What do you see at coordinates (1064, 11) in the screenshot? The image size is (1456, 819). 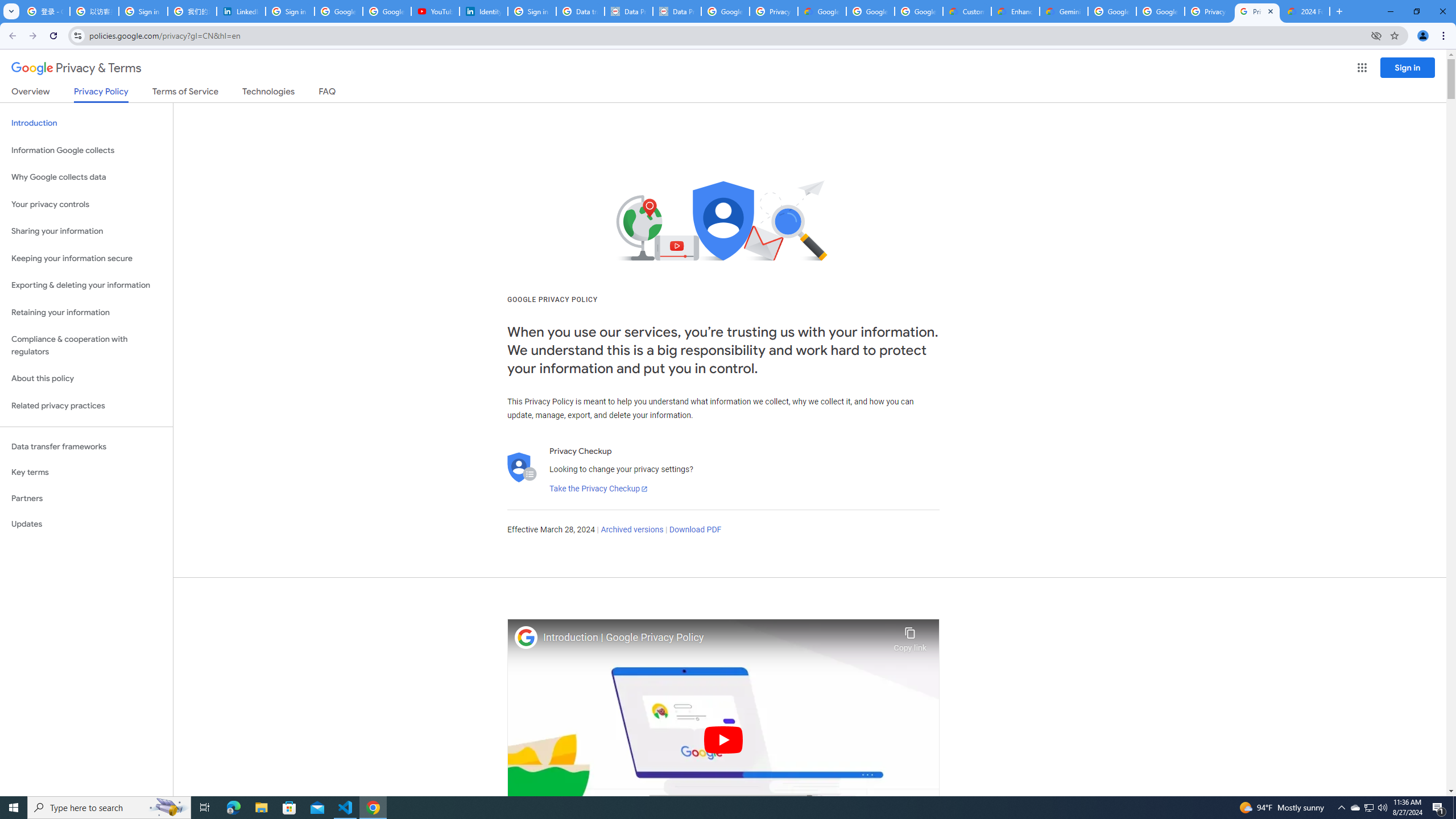 I see `'Gemini for Business and Developers | Google Cloud'` at bounding box center [1064, 11].